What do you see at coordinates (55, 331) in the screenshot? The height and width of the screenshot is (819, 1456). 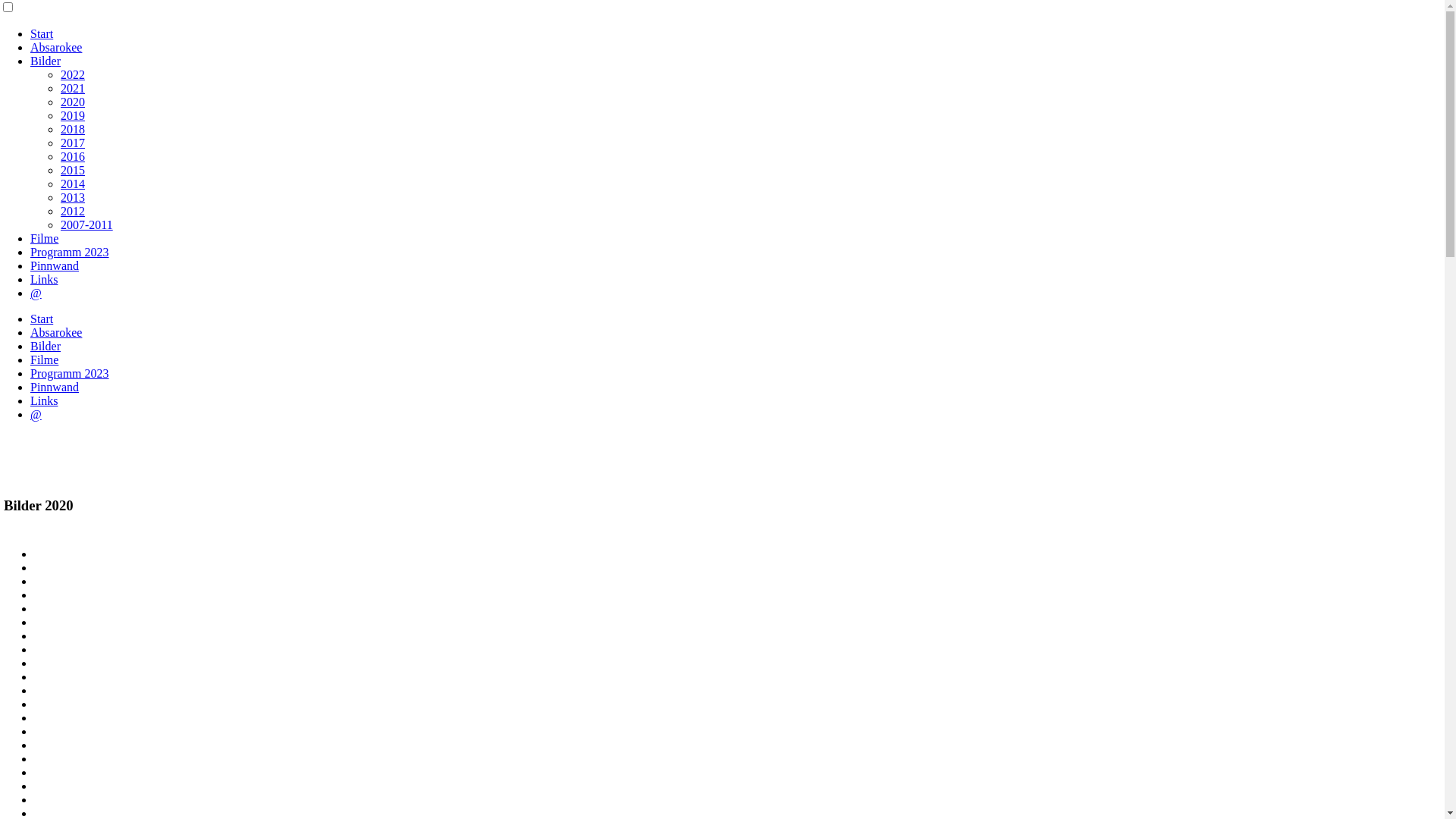 I see `'Absarokee'` at bounding box center [55, 331].